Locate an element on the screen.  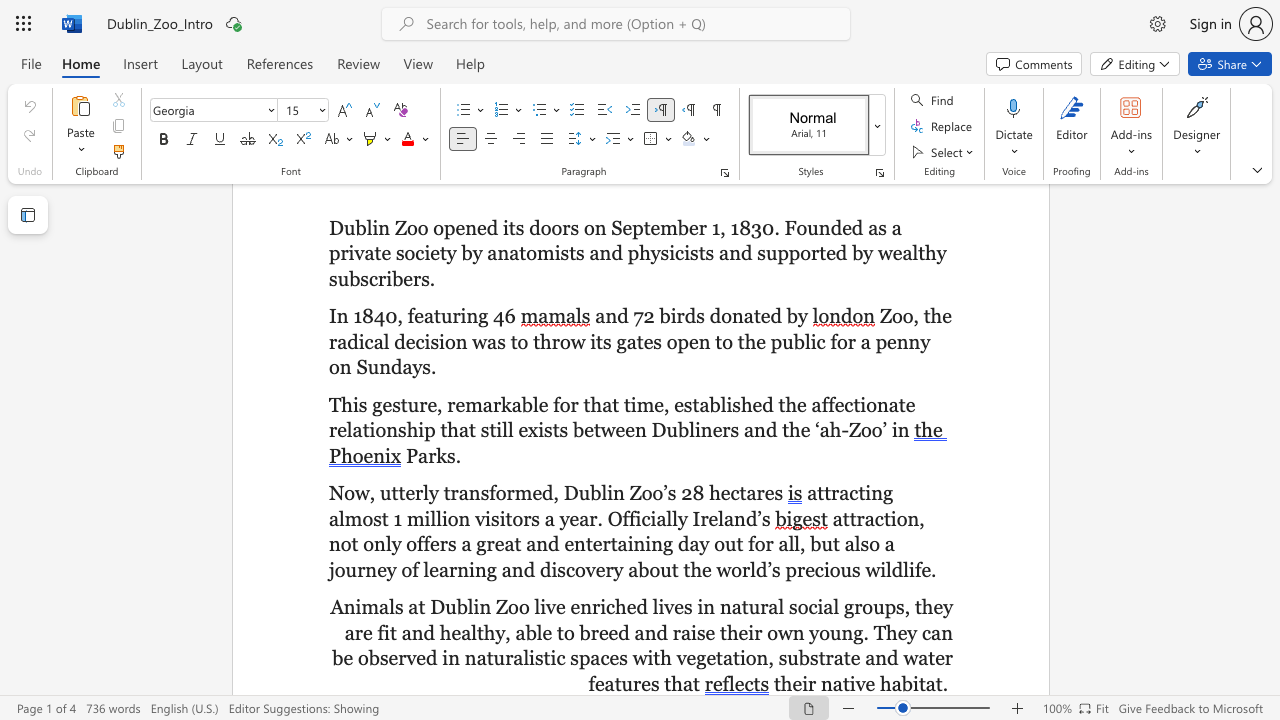
the subset text "ralistic spaces with vegetation, substrate and water feat" within the text "in naturalistic spaces with vegetation, substrate and water features that" is located at coordinates (505, 658).